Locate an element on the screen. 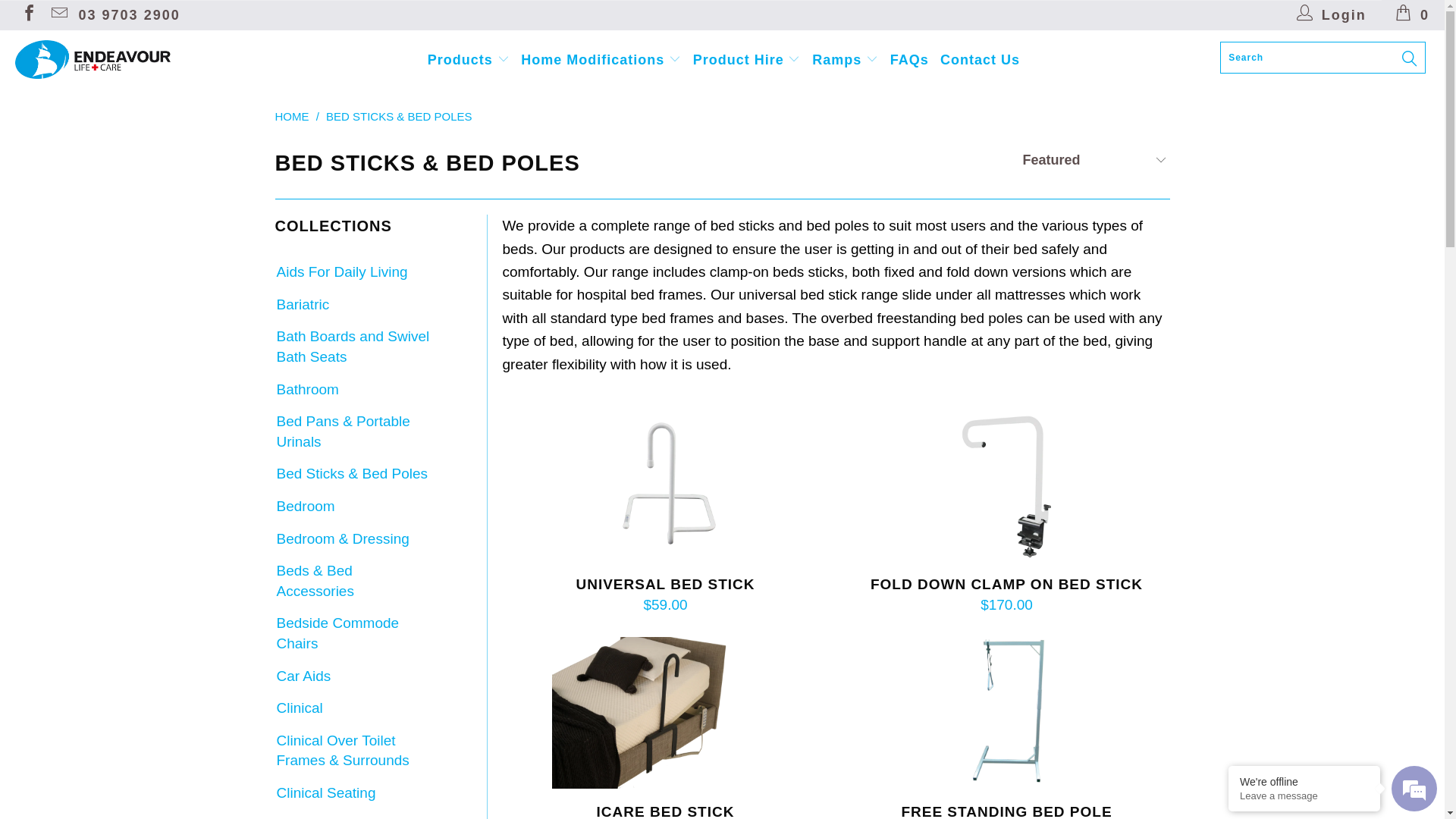 This screenshot has width=1456, height=819. 'Clinical' is located at coordinates (274, 708).